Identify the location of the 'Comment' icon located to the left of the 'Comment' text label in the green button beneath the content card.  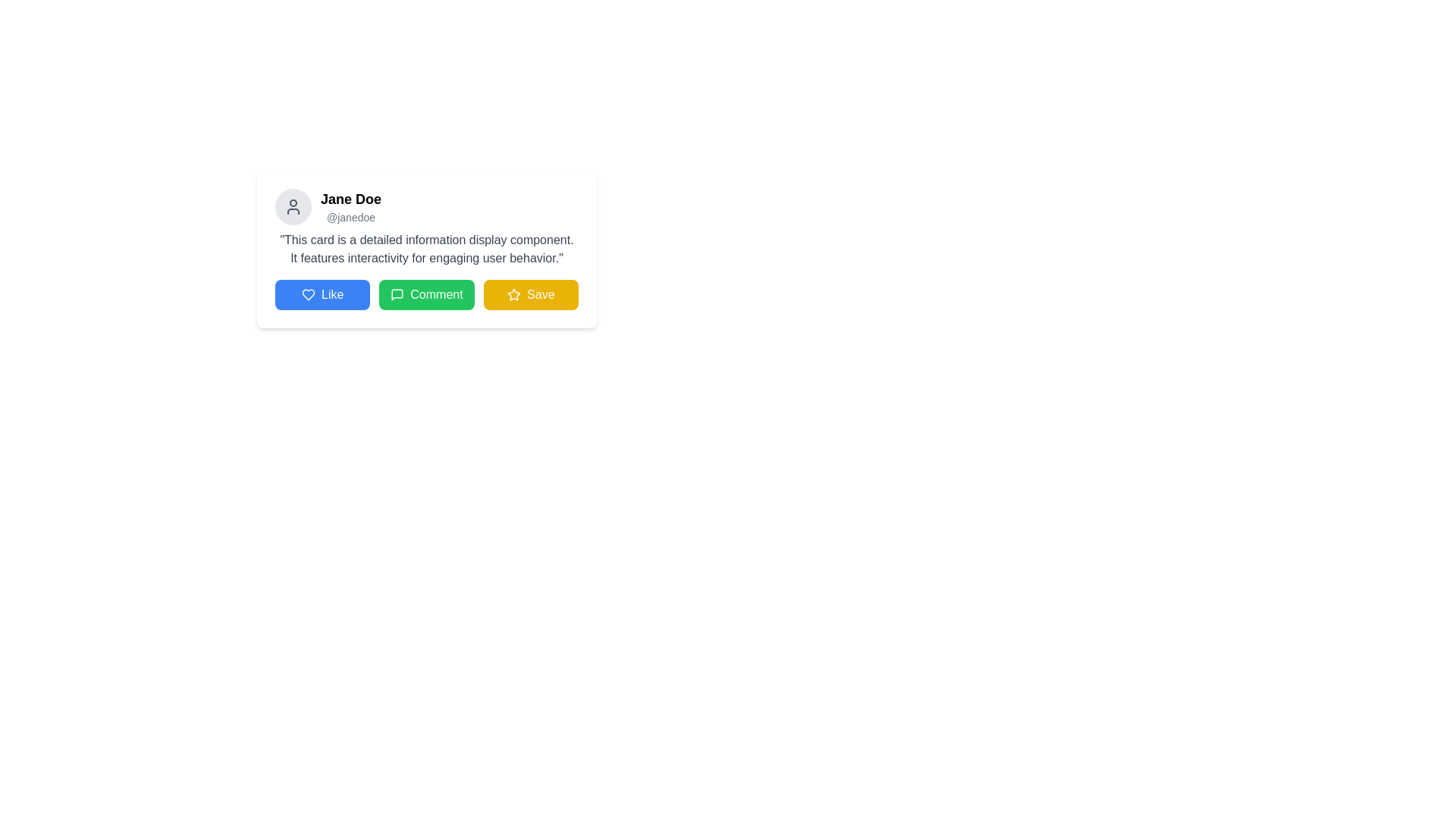
(397, 295).